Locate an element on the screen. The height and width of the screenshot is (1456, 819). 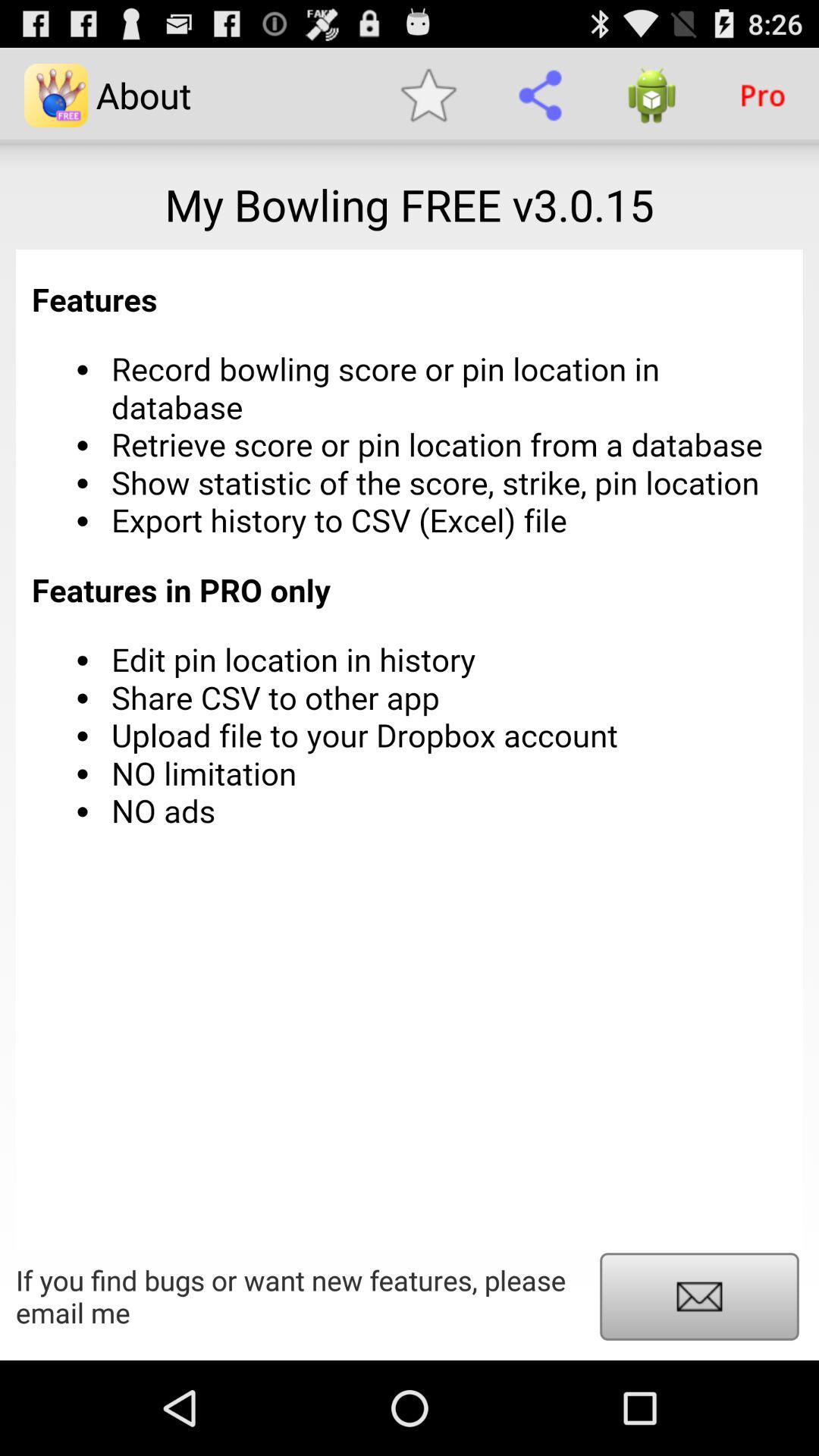
message box is located at coordinates (699, 1295).